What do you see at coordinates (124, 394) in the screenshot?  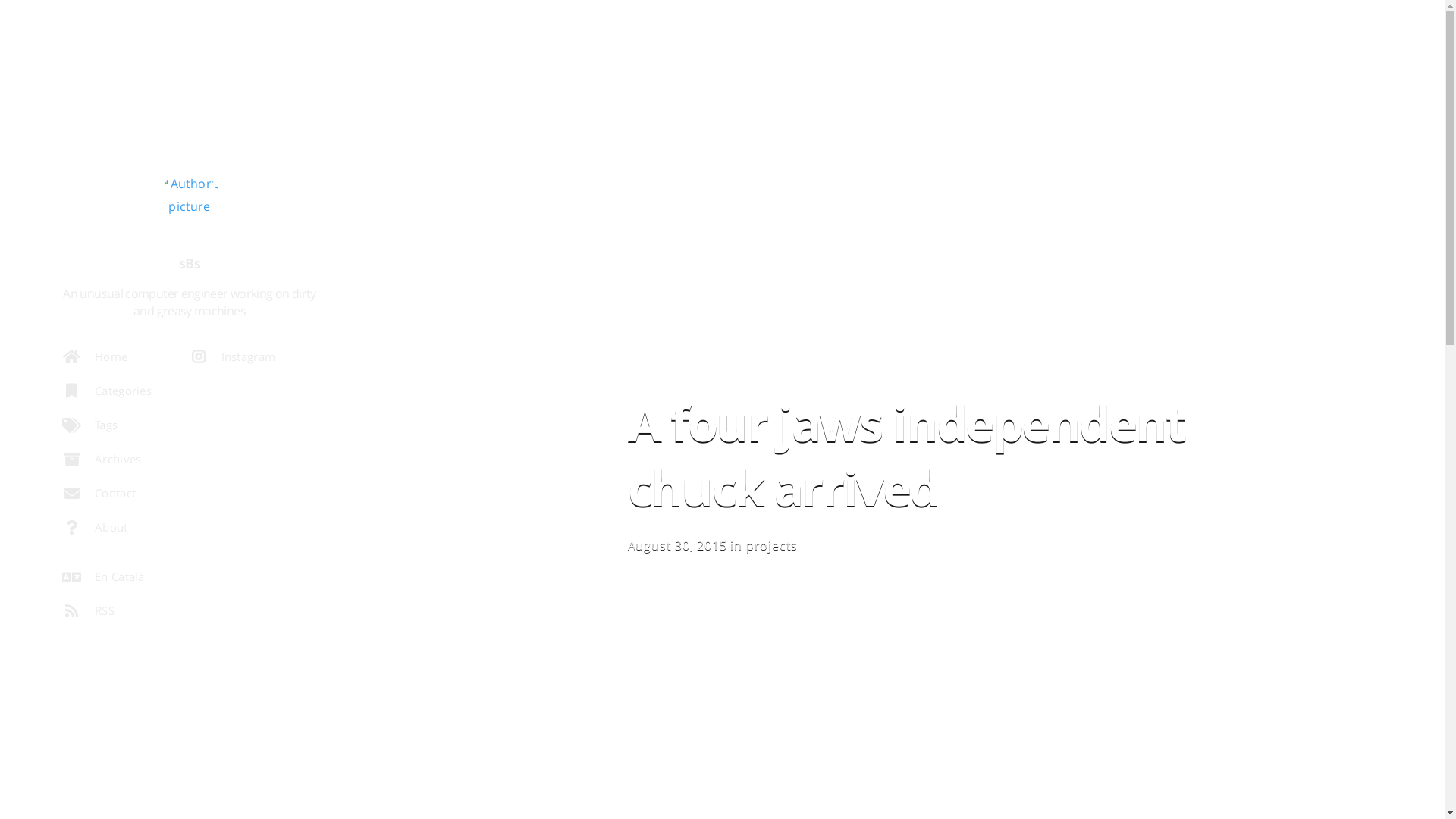 I see `'Categories'` at bounding box center [124, 394].